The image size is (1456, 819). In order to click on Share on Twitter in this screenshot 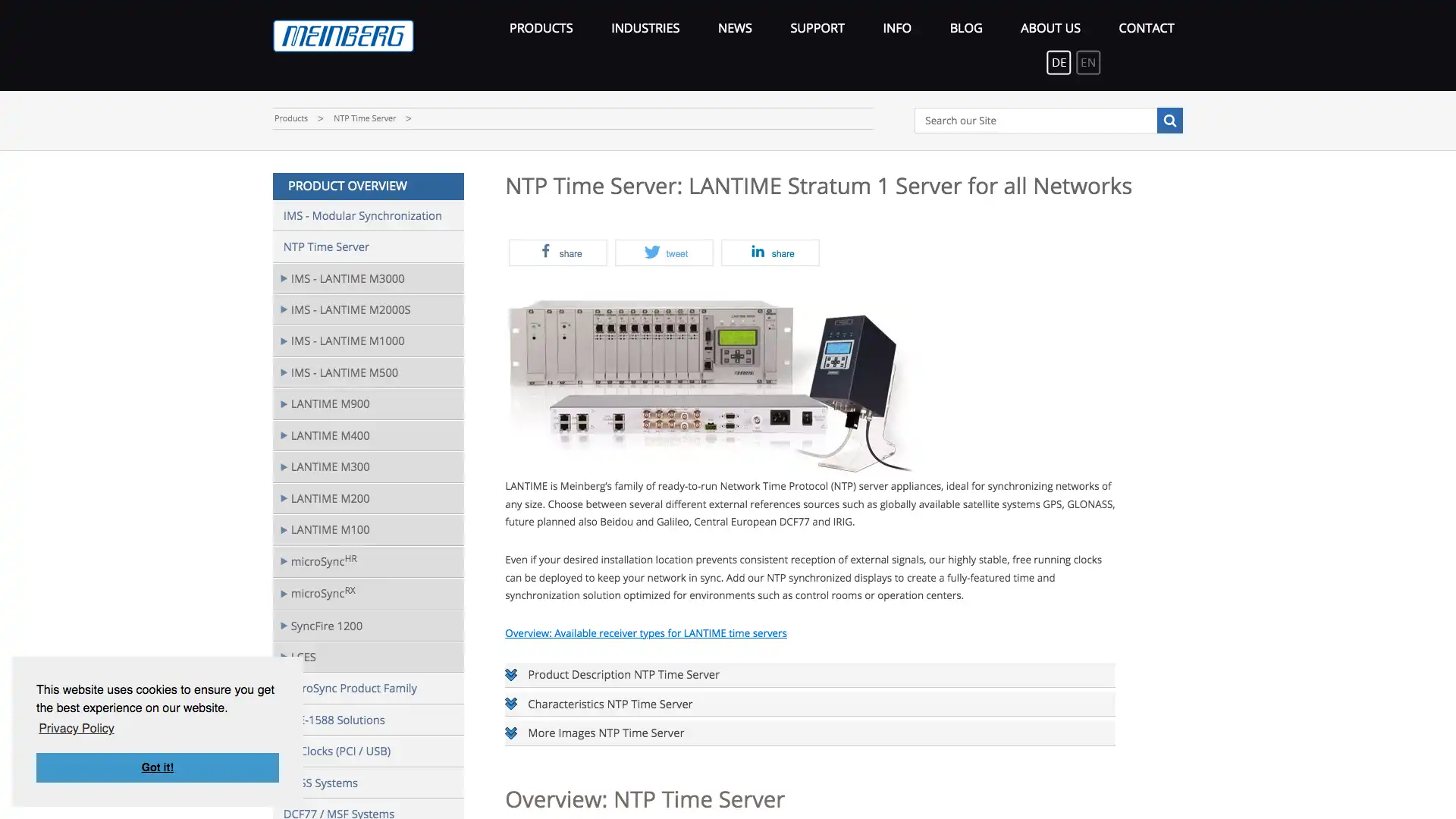, I will do `click(664, 252)`.